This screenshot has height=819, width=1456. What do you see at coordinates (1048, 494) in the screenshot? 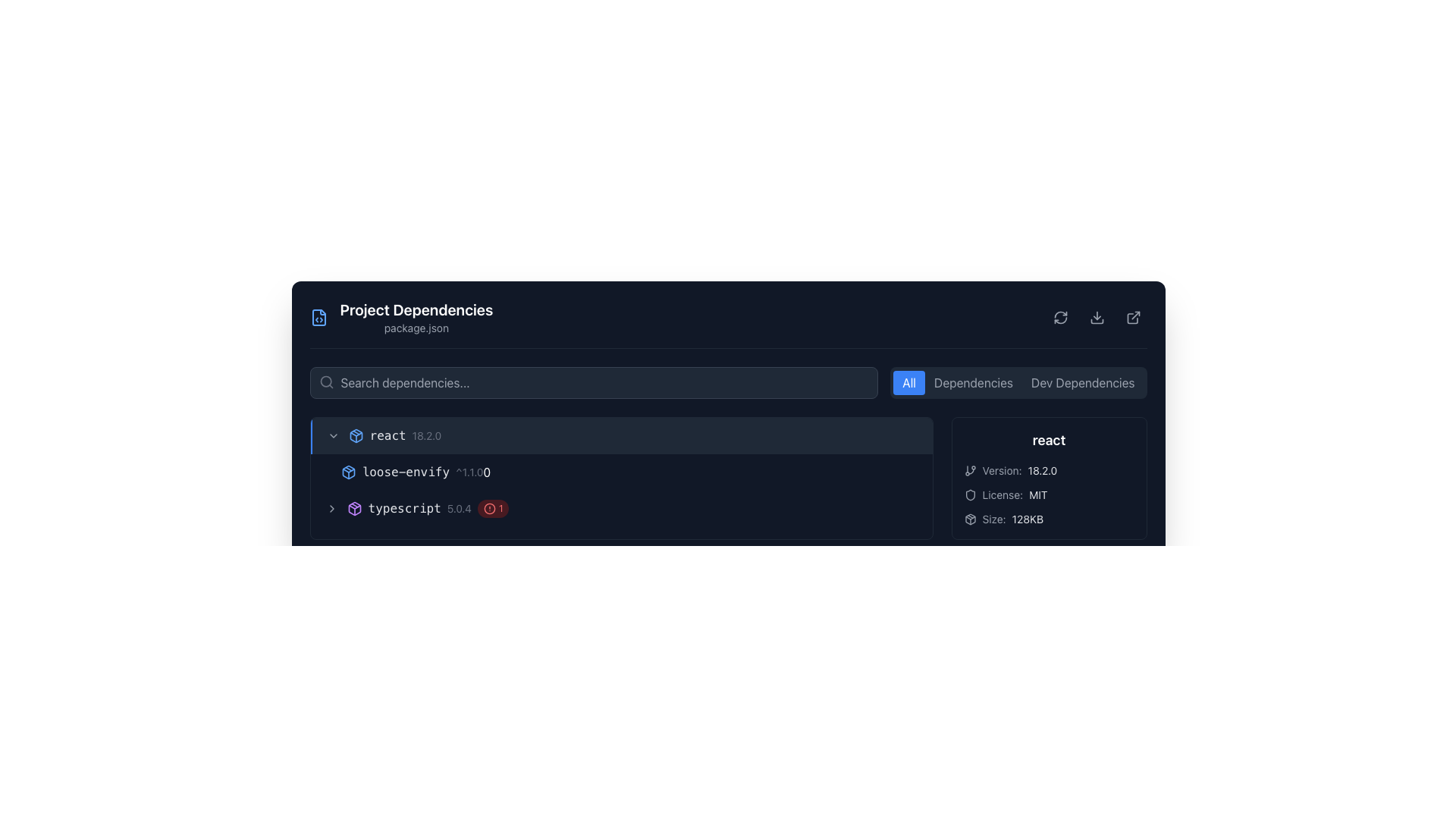
I see `the Informational block displaying version, license, and size information located beneath the title 'react'` at bounding box center [1048, 494].